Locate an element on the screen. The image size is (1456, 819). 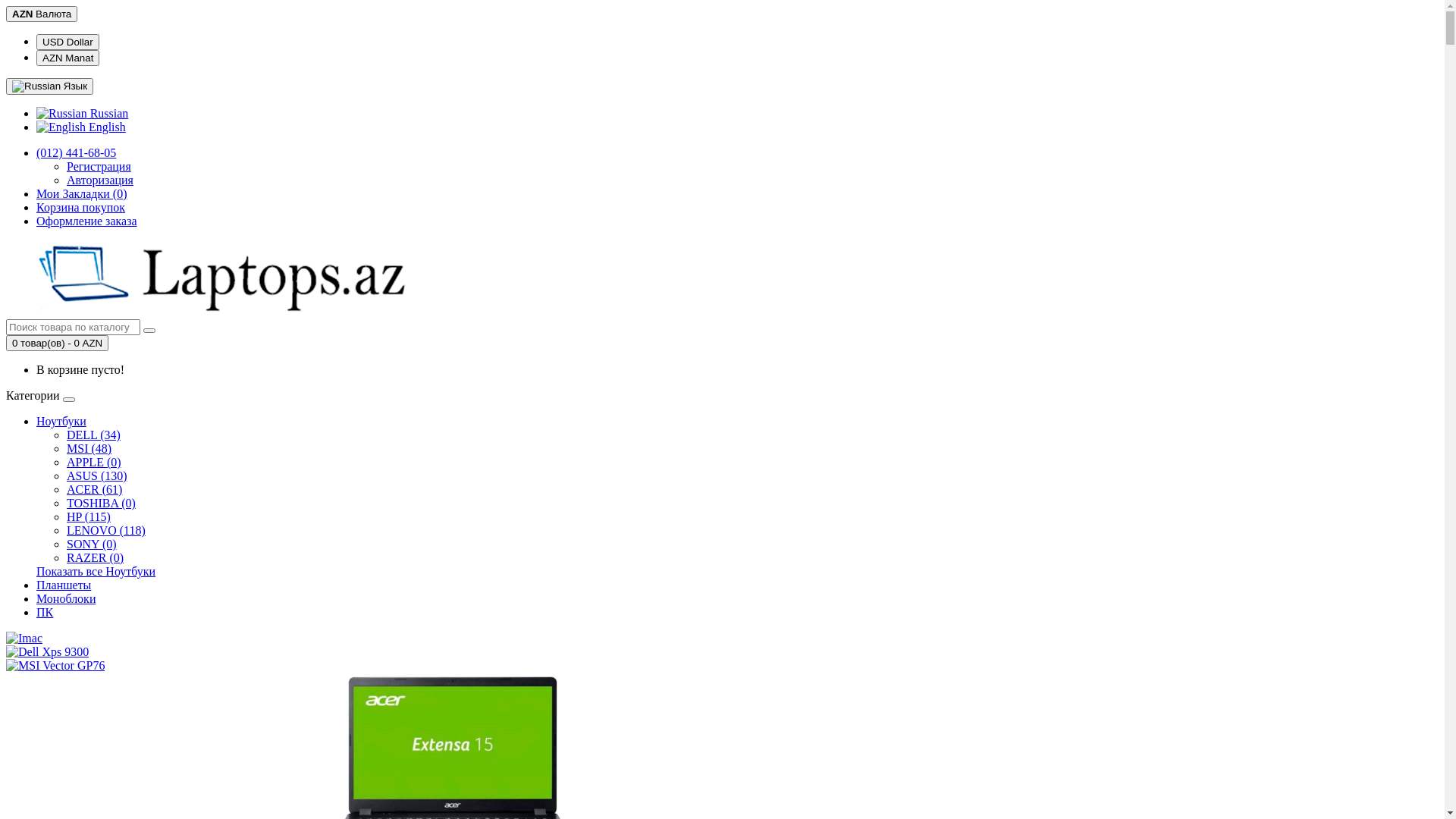
'USD Dollar' is located at coordinates (67, 41).